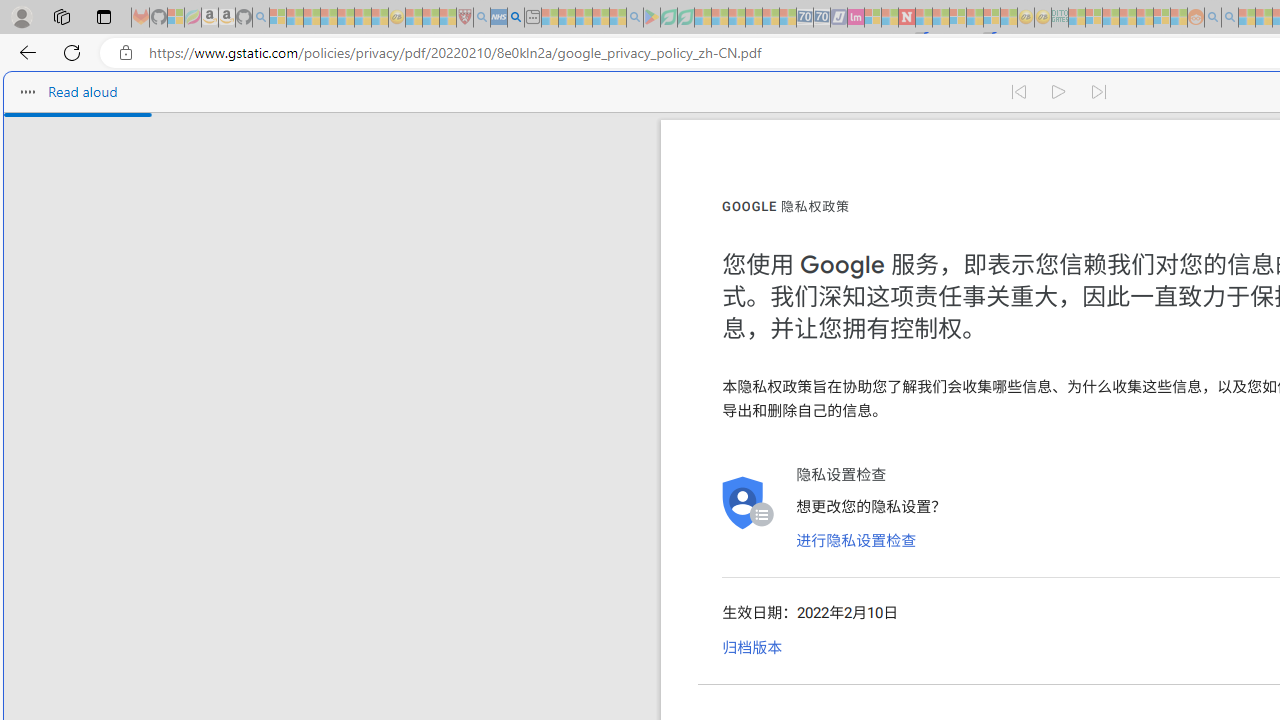  I want to click on 'Utah sues federal government - Search - Sleeping', so click(1229, 17).